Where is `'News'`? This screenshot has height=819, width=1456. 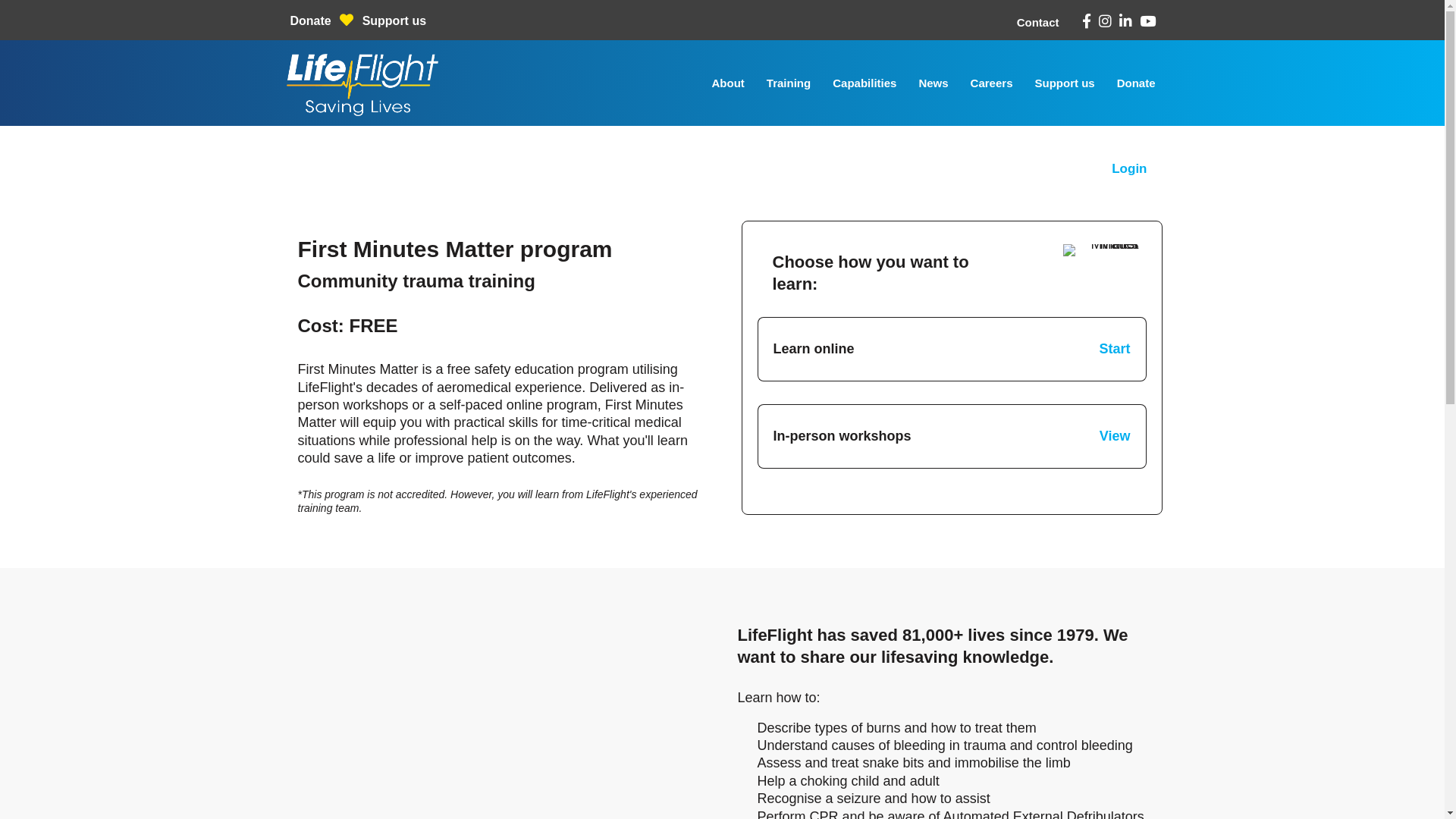
'News' is located at coordinates (932, 83).